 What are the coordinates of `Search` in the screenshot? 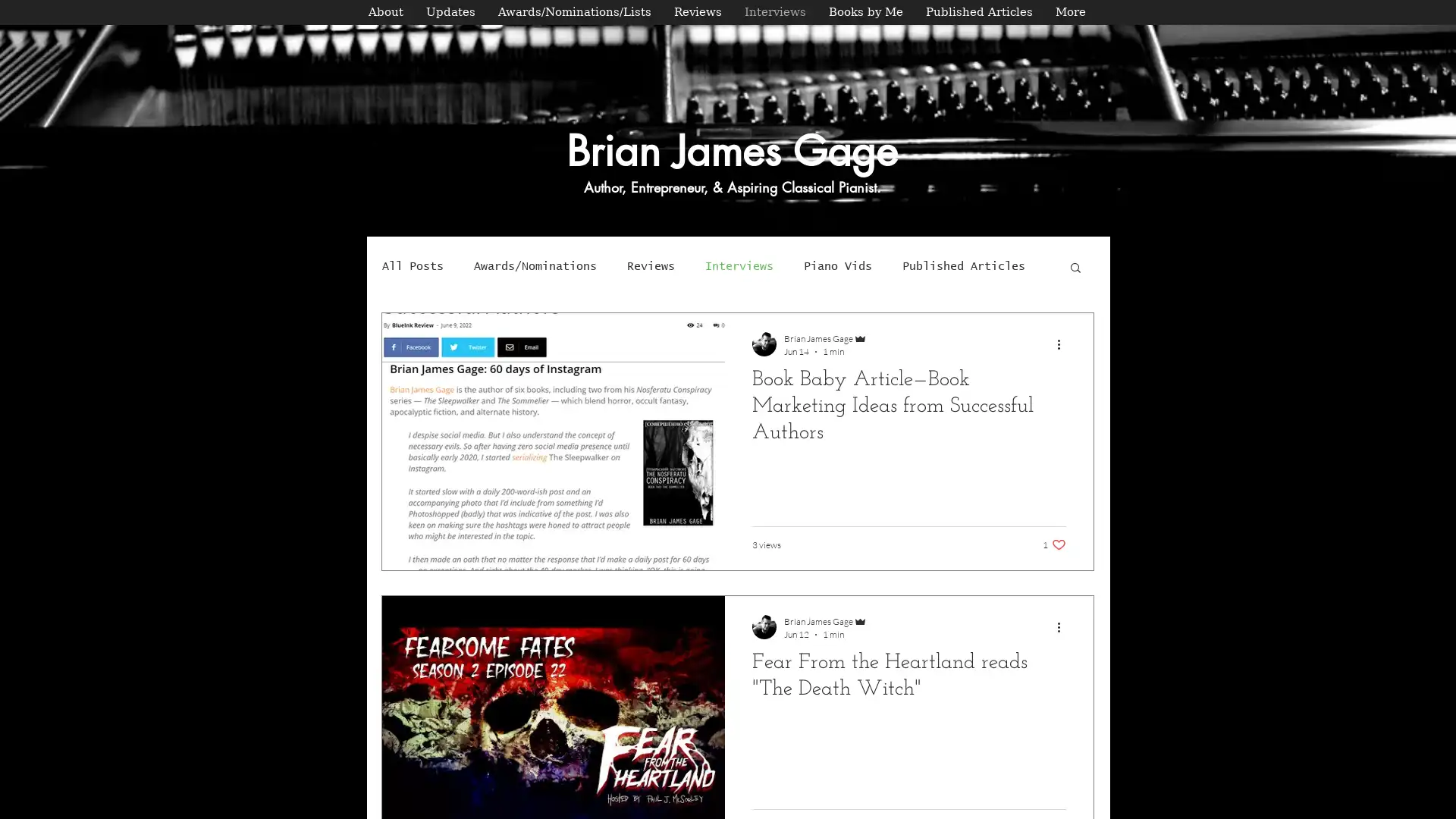 It's located at (1075, 268).